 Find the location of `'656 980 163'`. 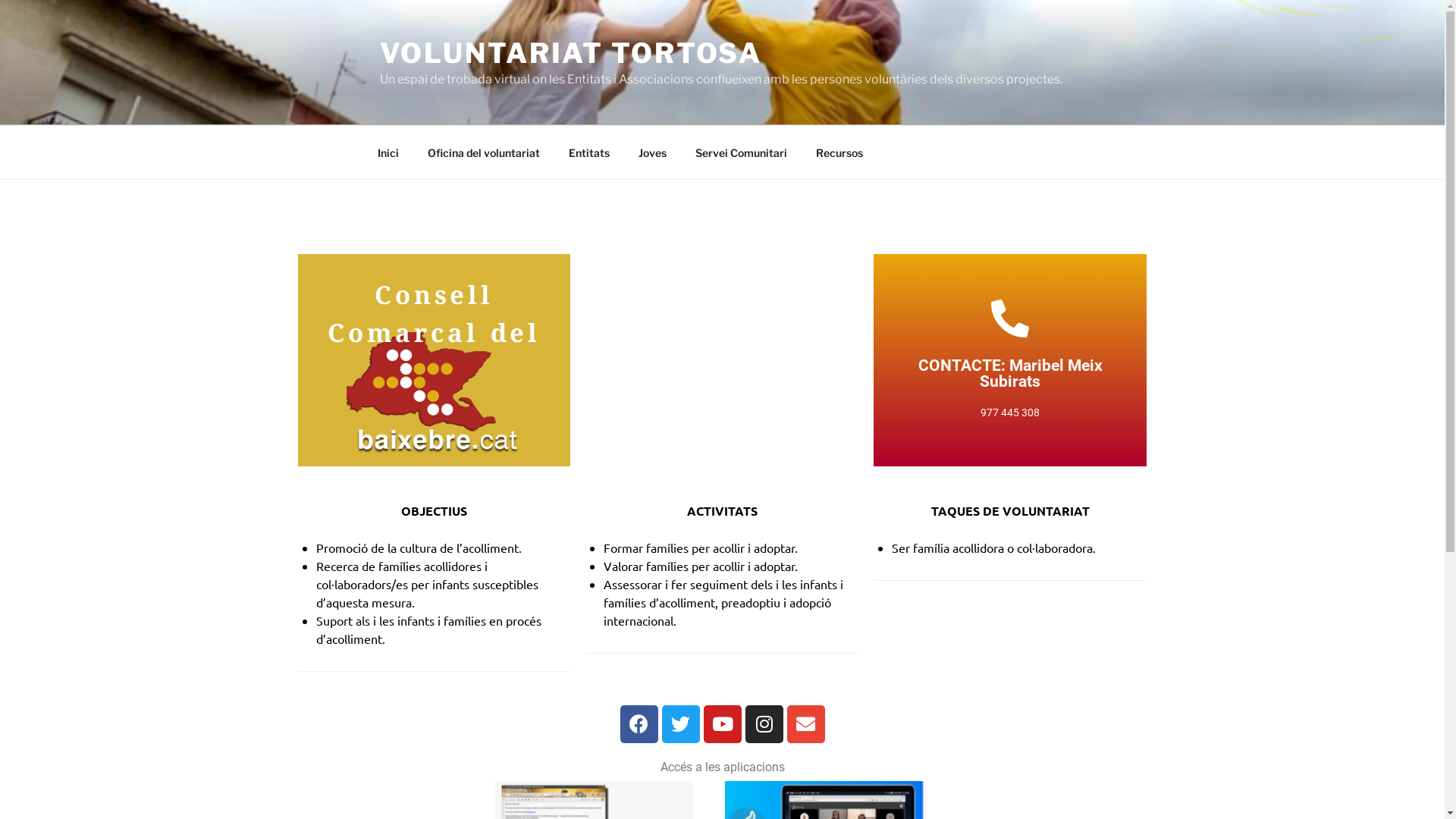

'656 980 163' is located at coordinates (1010, 344).